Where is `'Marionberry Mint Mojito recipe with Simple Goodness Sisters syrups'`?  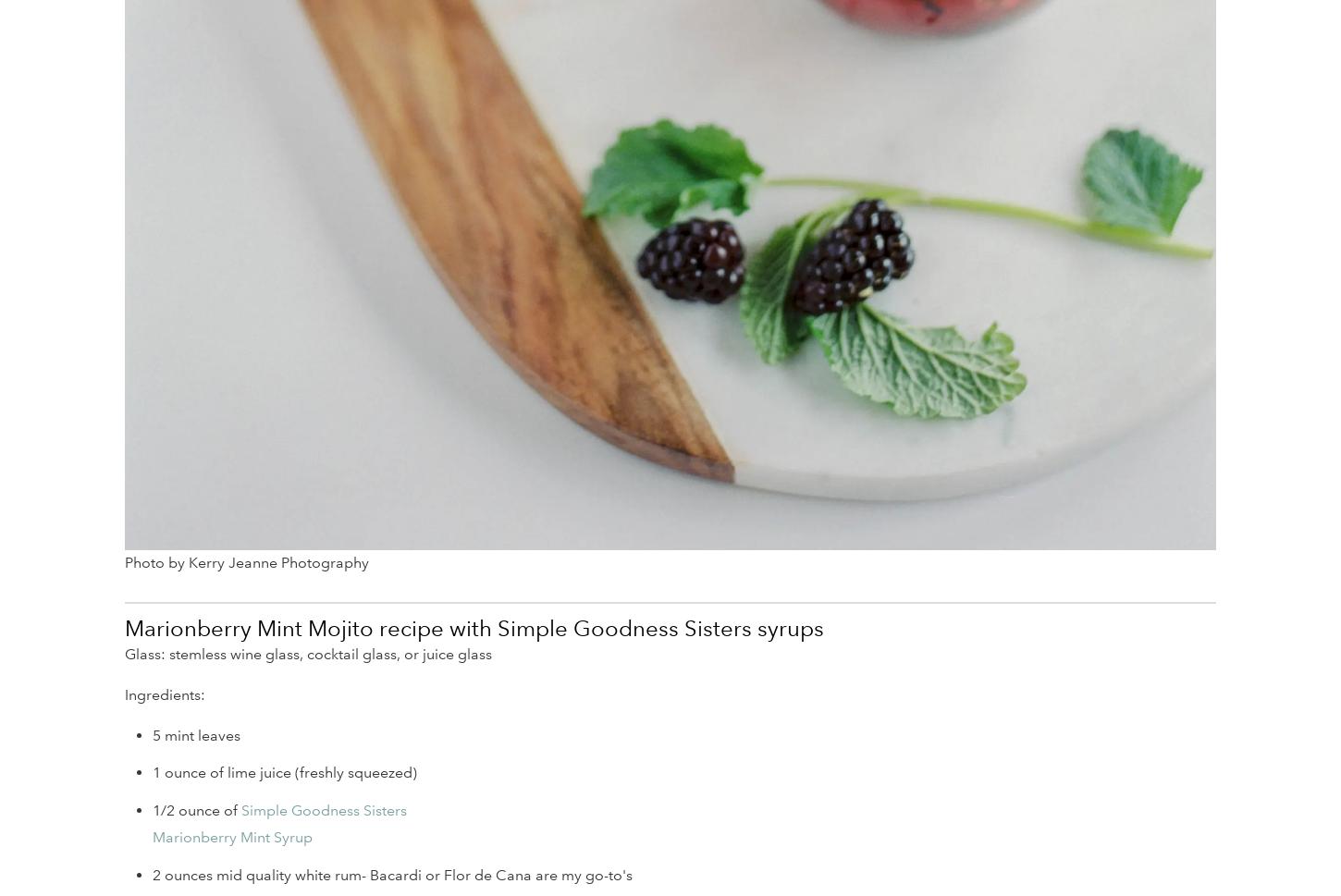 'Marionberry Mint Mojito recipe with Simple Goodness Sisters syrups' is located at coordinates (123, 627).